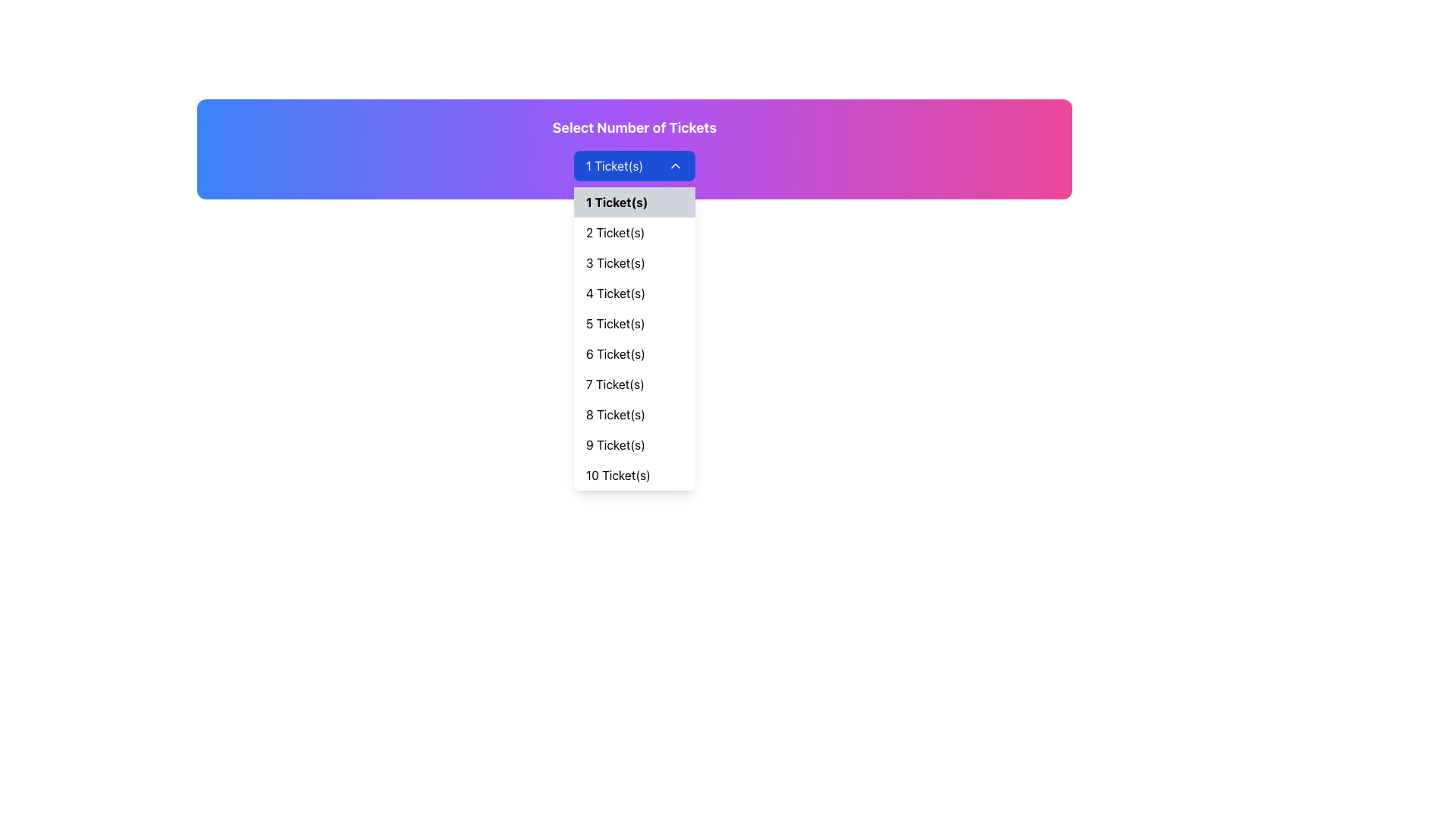 This screenshot has width=1456, height=819. What do you see at coordinates (634, 415) in the screenshot?
I see `the dropdown item displaying '8 Ticket(s)'` at bounding box center [634, 415].